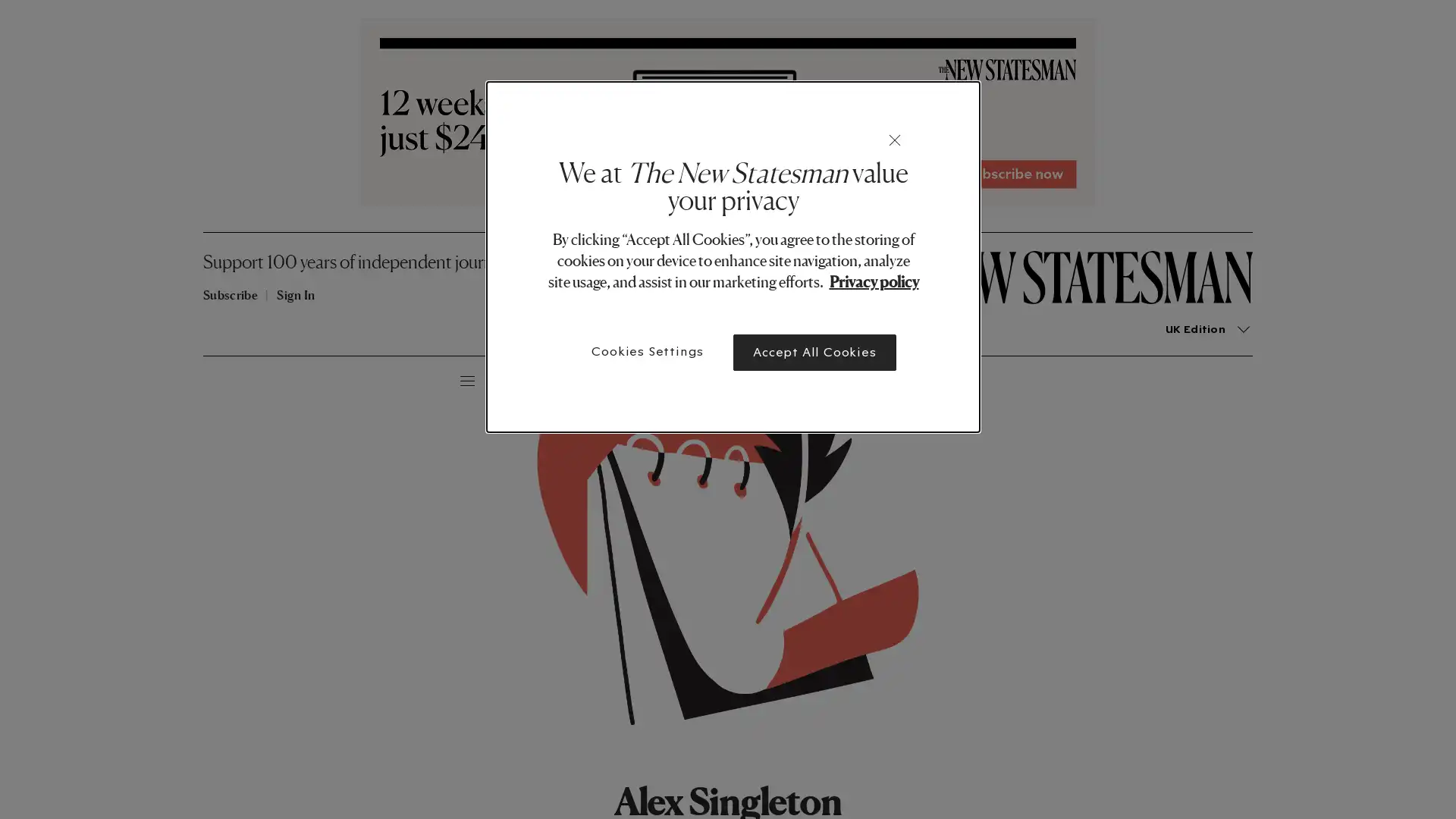 The image size is (1456, 819). Describe the element at coordinates (308, 378) in the screenshot. I see `Search` at that location.